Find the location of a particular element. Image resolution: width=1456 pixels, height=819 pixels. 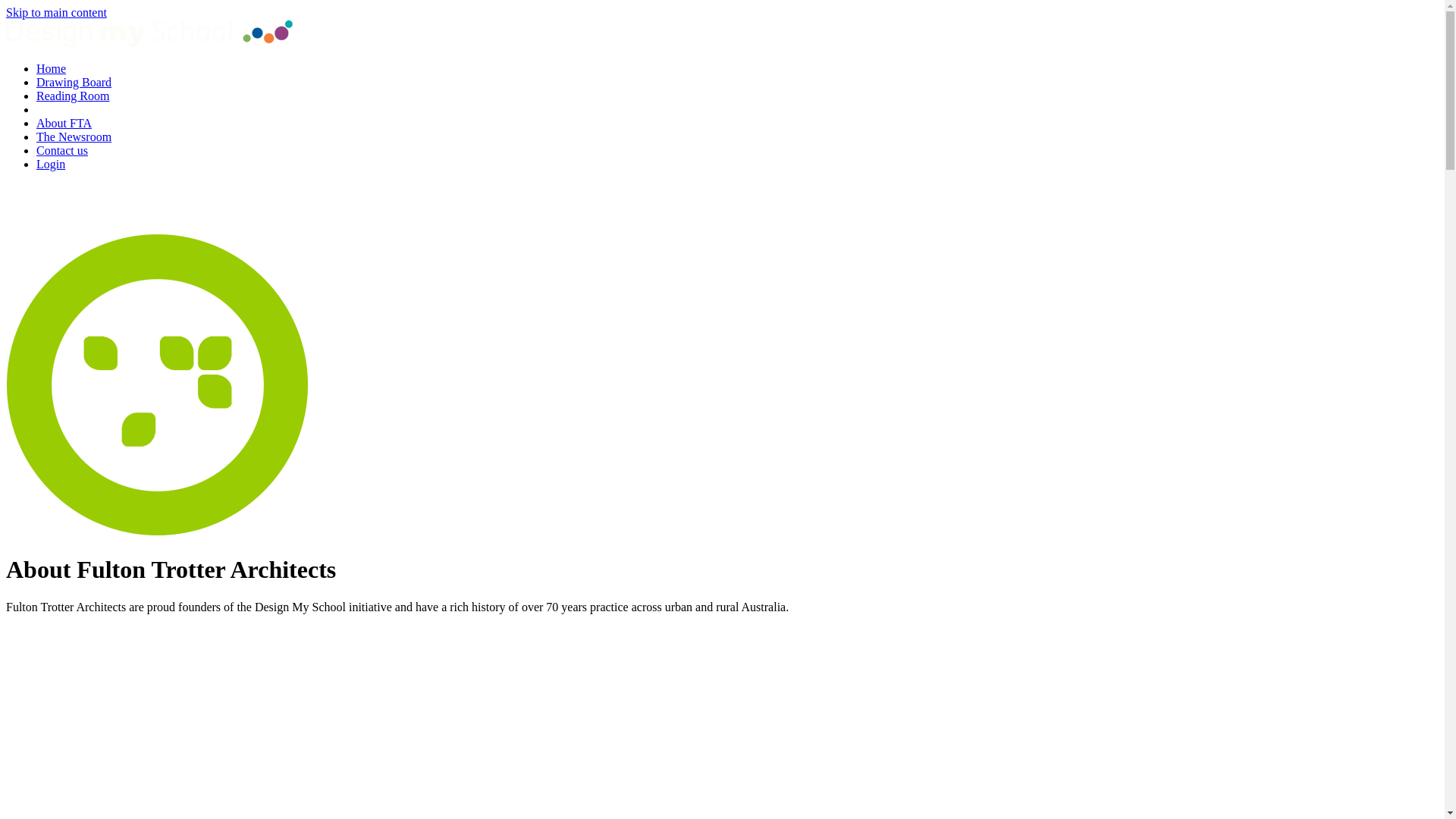

'Skip to main content' is located at coordinates (6, 12).